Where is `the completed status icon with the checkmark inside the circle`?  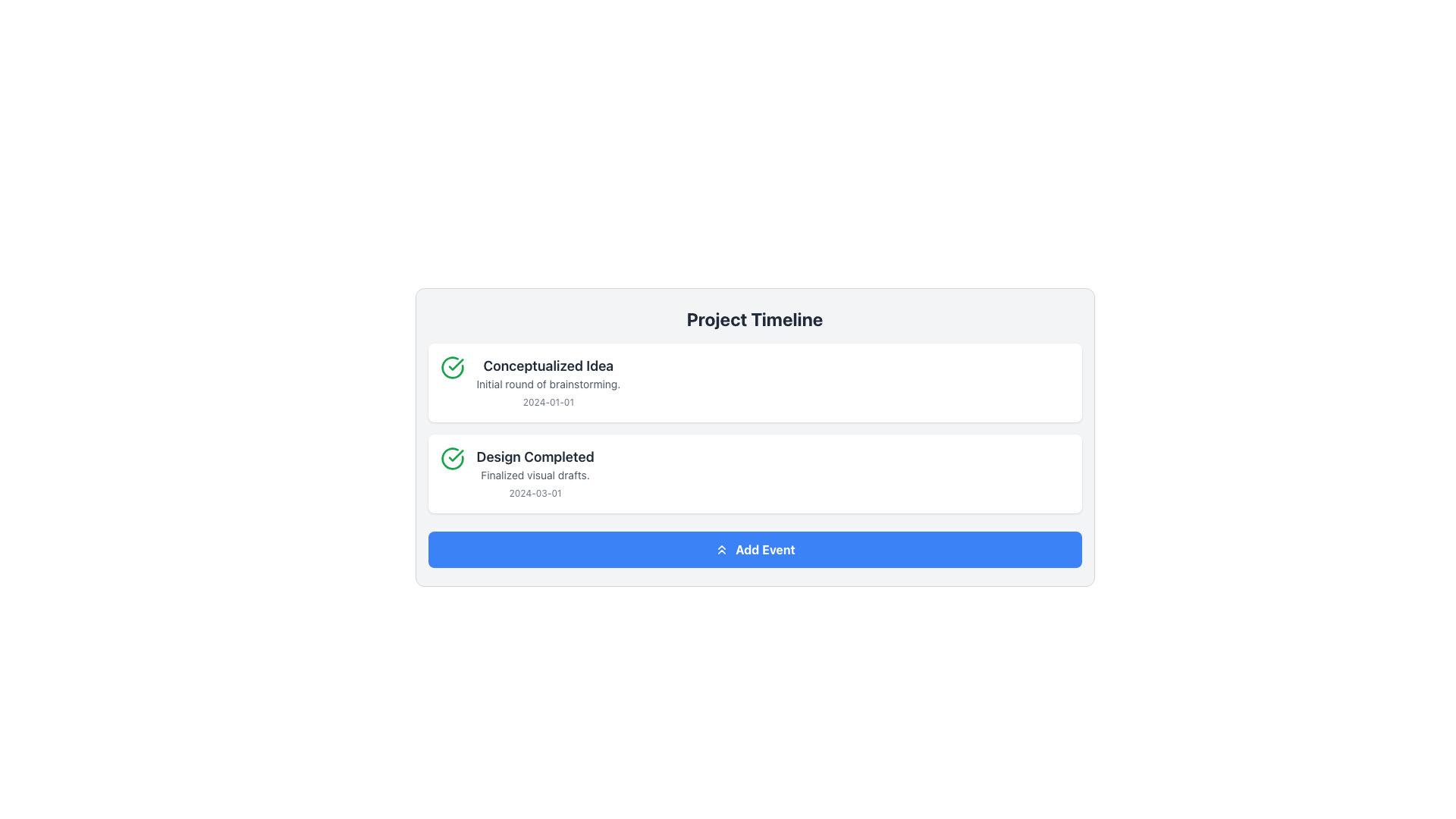 the completed status icon with the checkmark inside the circle is located at coordinates (451, 368).